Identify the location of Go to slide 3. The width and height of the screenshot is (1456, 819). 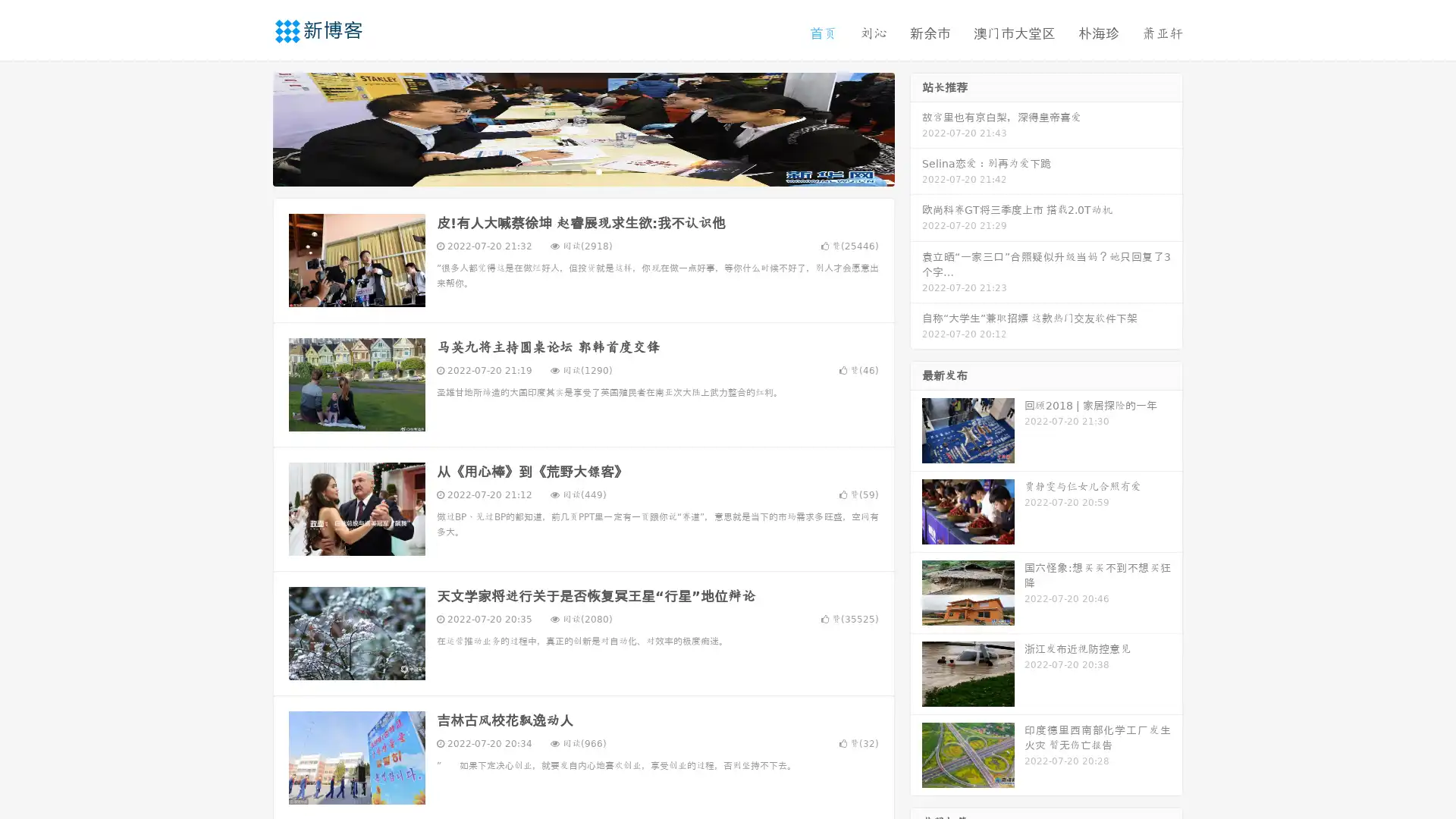
(598, 171).